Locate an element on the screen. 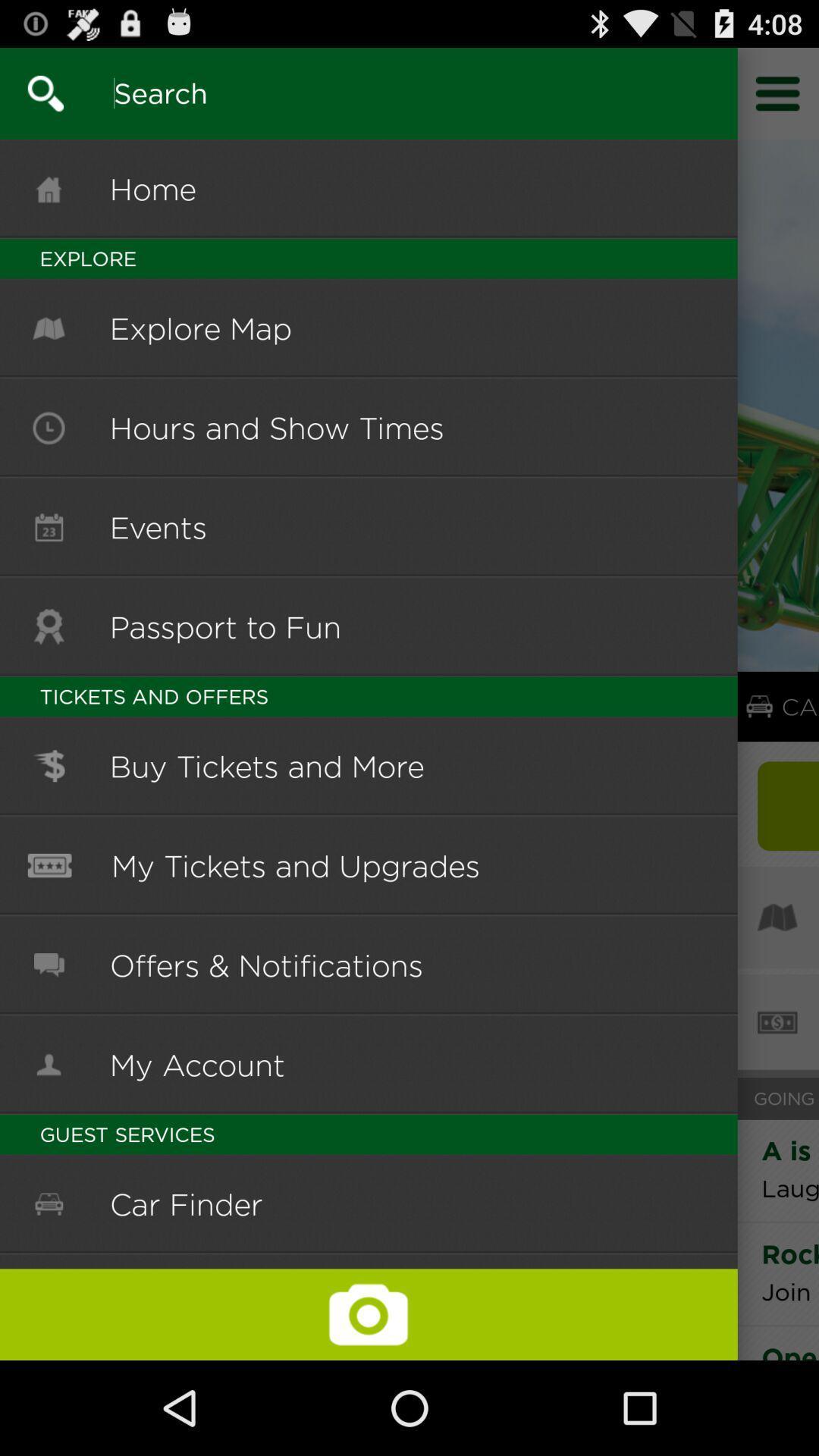  the menu icon is located at coordinates (778, 99).